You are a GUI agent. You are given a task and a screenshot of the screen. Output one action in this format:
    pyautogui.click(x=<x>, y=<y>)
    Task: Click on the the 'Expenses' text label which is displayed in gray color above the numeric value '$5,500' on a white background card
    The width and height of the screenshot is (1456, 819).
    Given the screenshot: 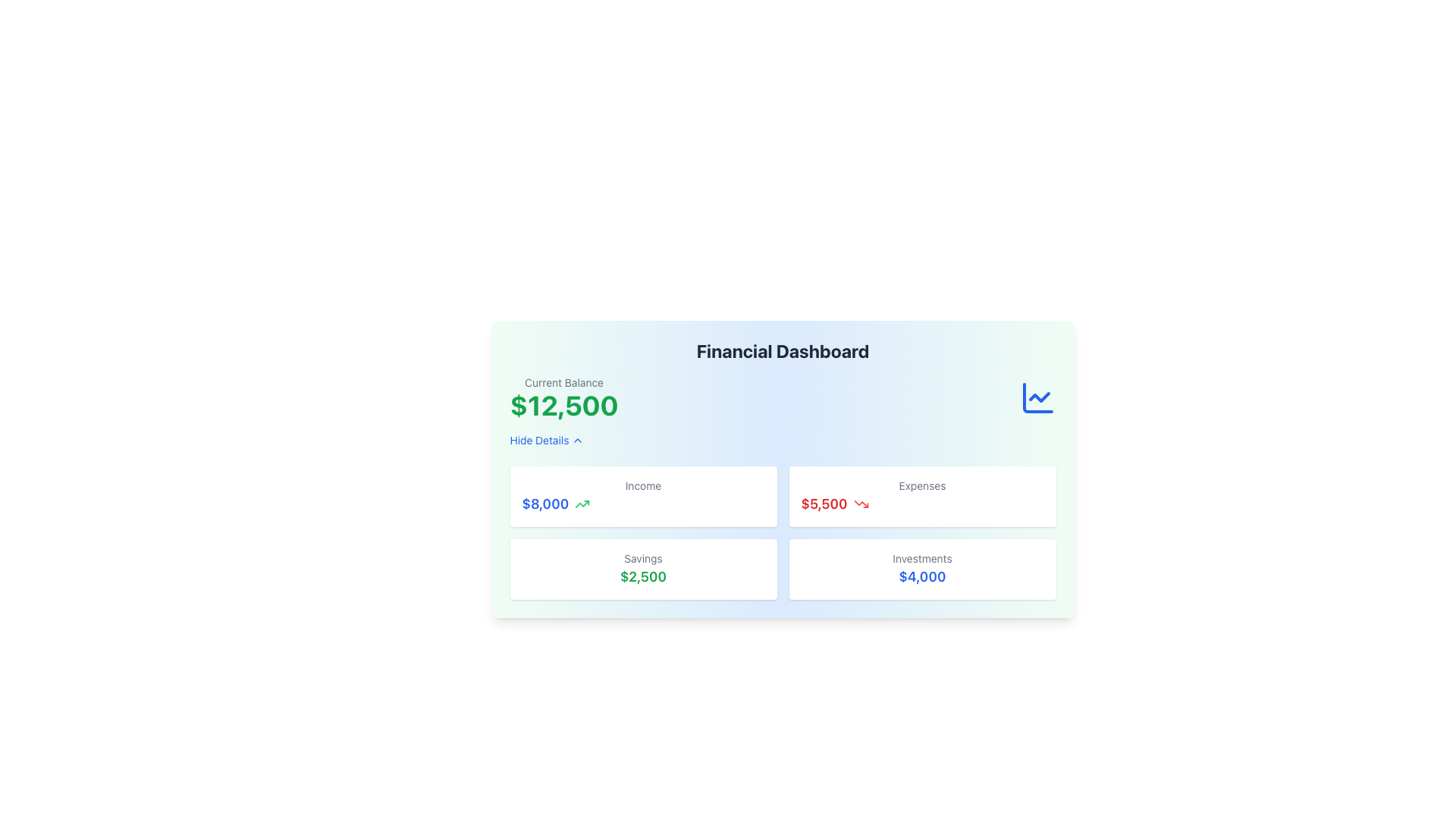 What is the action you would take?
    pyautogui.click(x=921, y=485)
    